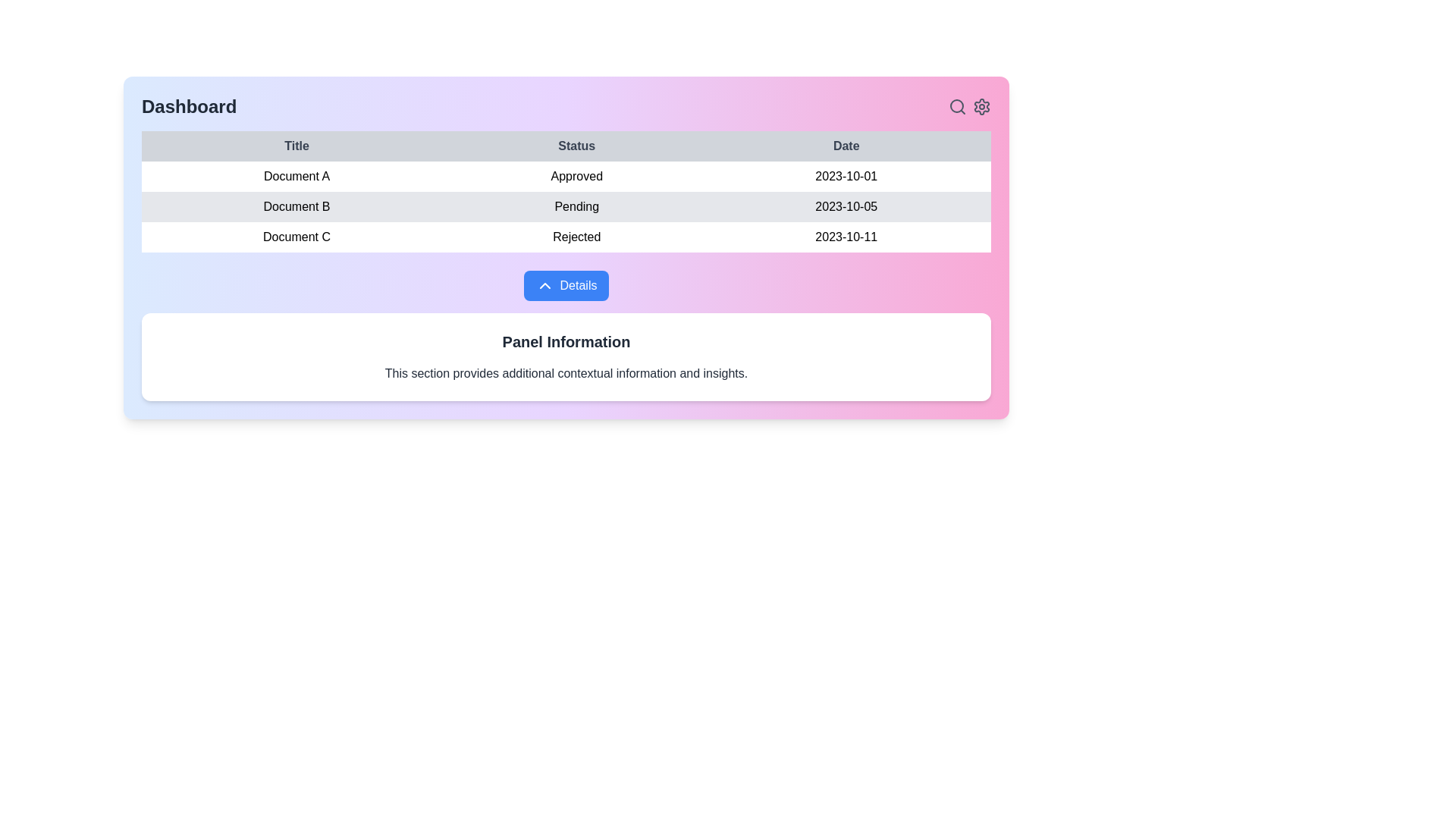  Describe the element at coordinates (982, 106) in the screenshot. I see `the gear icon button located` at that location.